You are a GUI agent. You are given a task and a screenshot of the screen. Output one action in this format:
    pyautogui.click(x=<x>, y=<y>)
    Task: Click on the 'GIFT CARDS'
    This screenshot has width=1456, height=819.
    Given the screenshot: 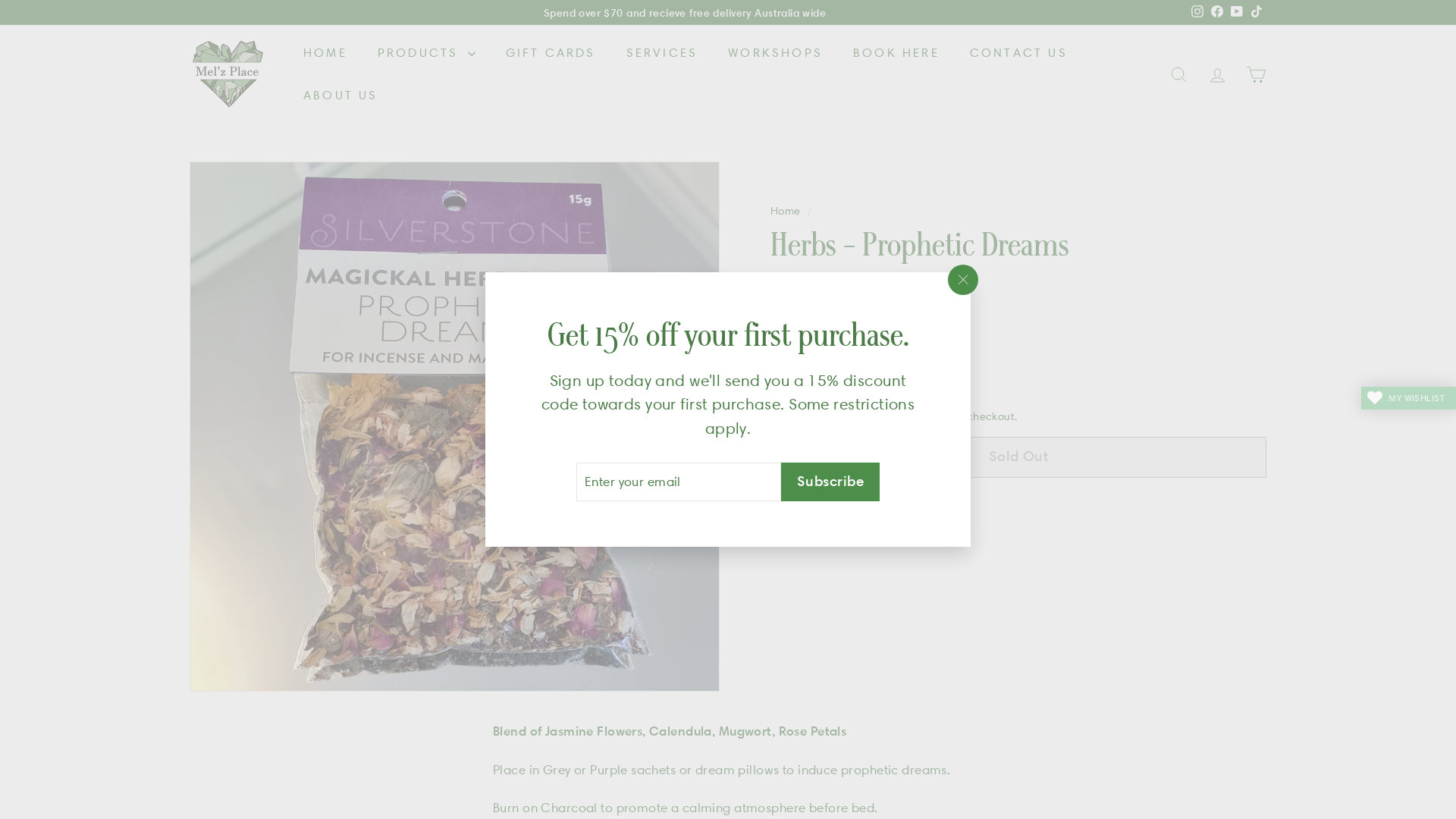 What is the action you would take?
    pyautogui.click(x=550, y=52)
    